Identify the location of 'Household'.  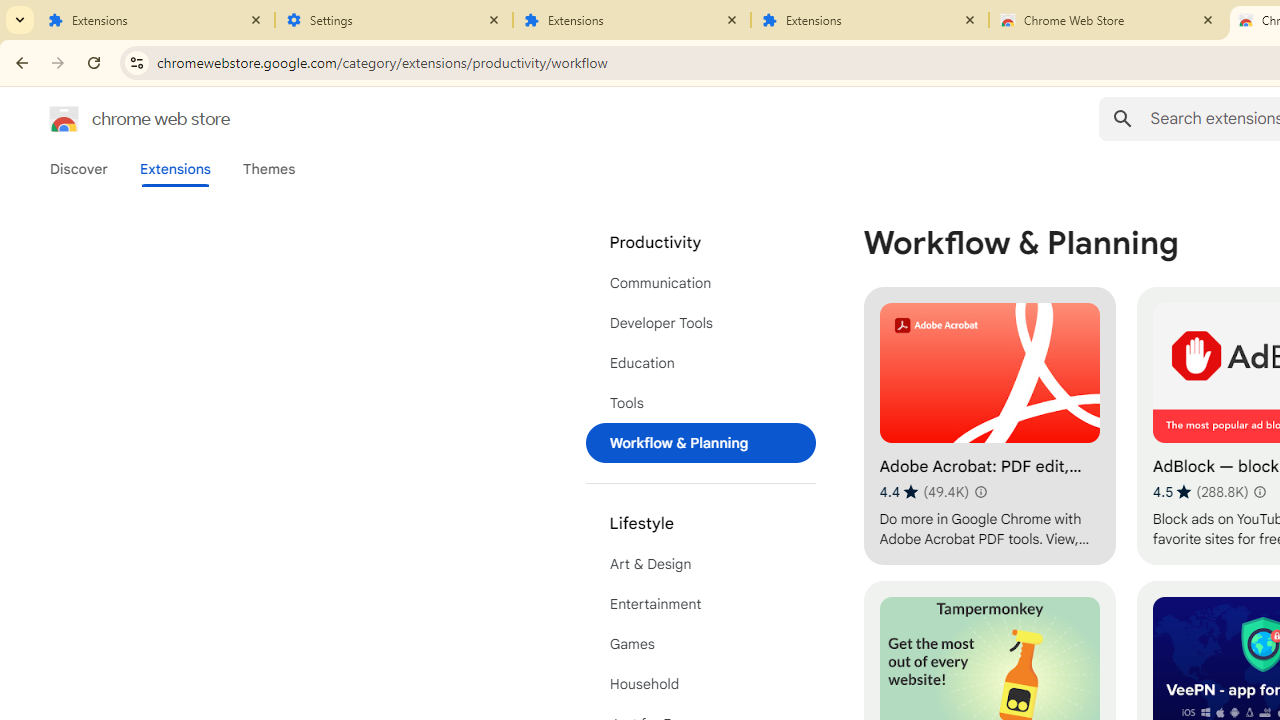
(700, 683).